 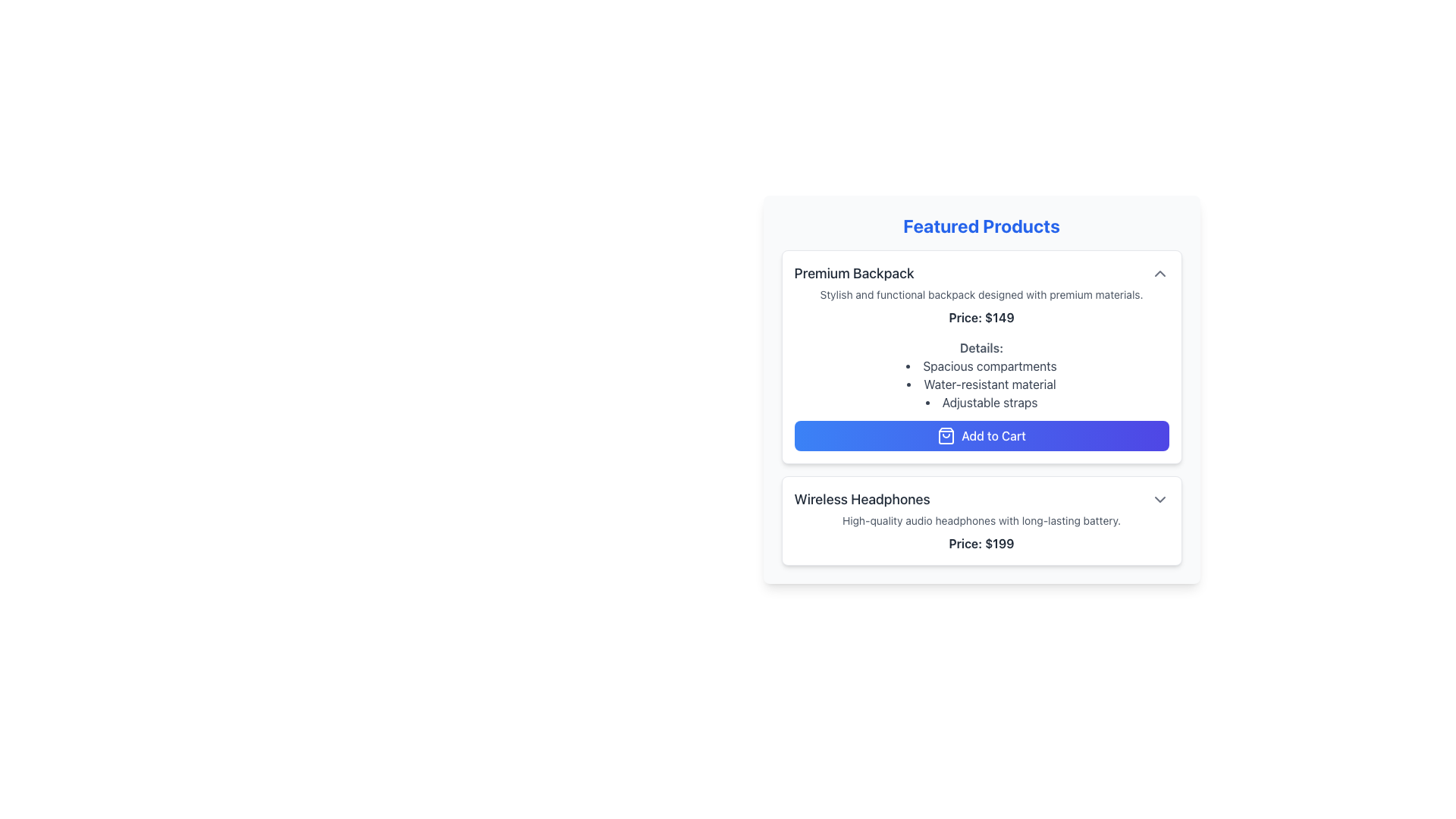 I want to click on the text element that informs users about a specific feature of the 'Premium Backpack' in the 'Featured Products' section, so click(x=981, y=383).